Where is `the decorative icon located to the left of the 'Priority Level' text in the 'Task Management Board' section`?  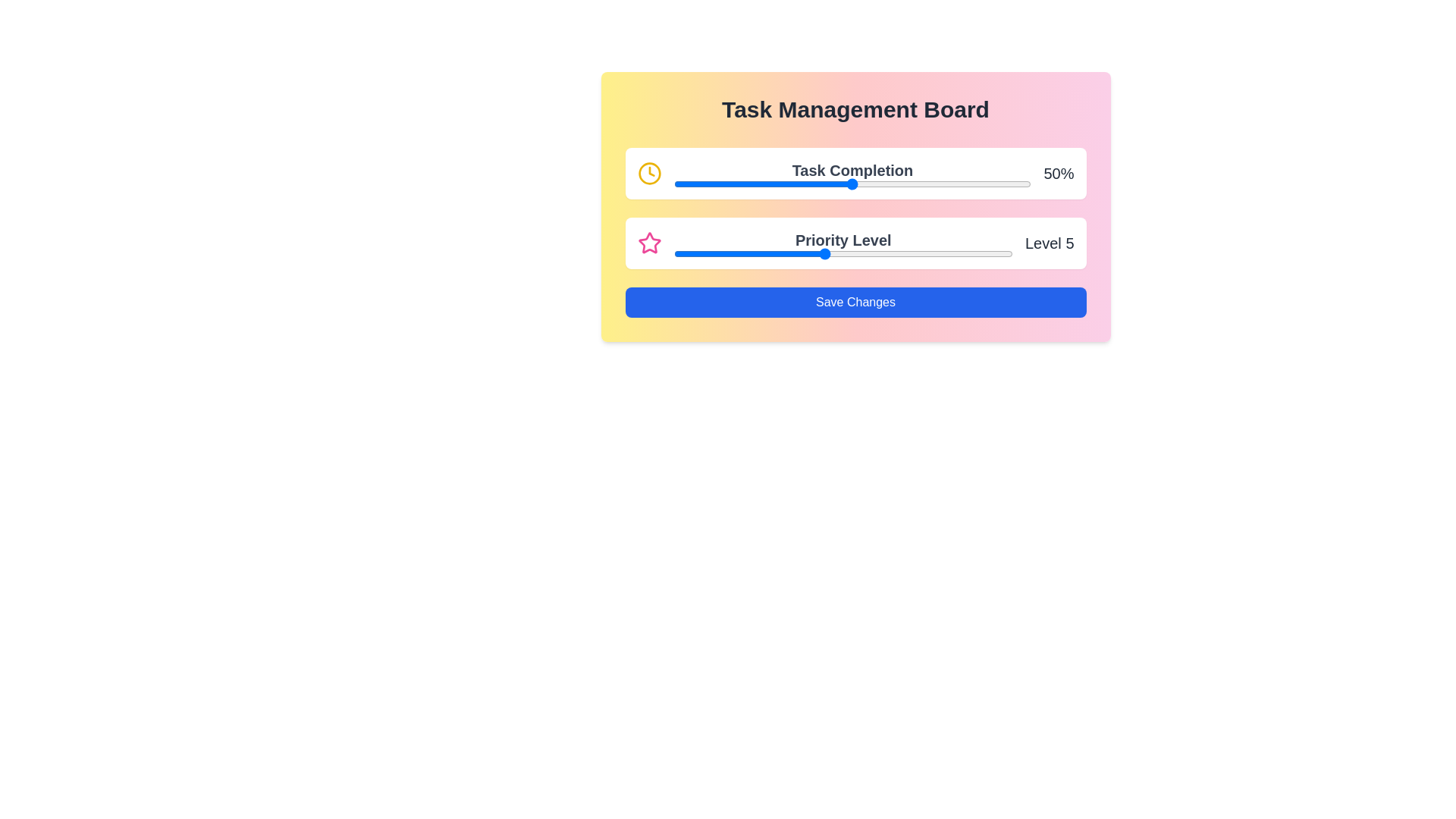 the decorative icon located to the left of the 'Priority Level' text in the 'Task Management Board' section is located at coordinates (649, 242).